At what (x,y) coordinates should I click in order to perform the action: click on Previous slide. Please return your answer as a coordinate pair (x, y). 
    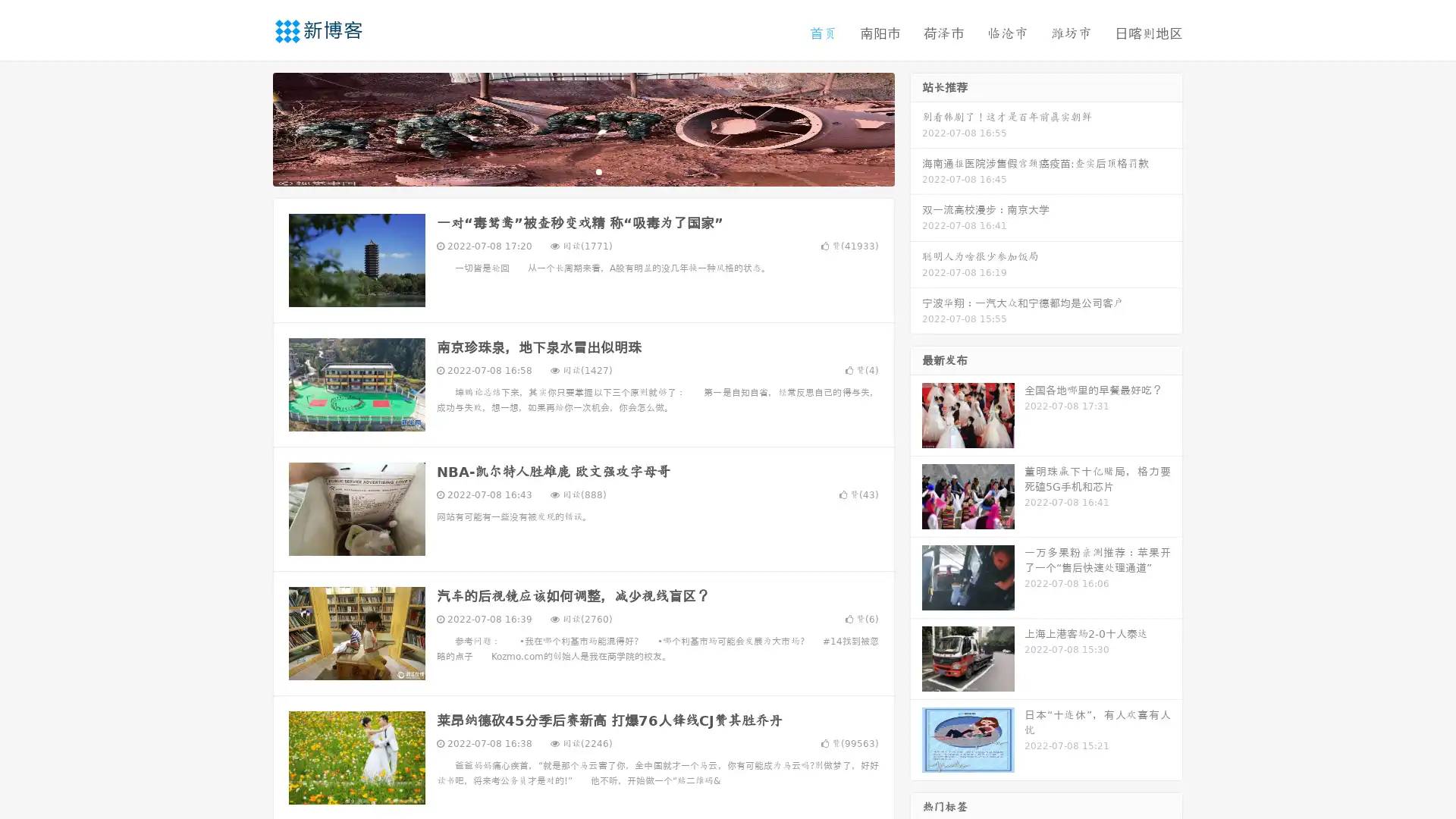
    Looking at the image, I should click on (250, 127).